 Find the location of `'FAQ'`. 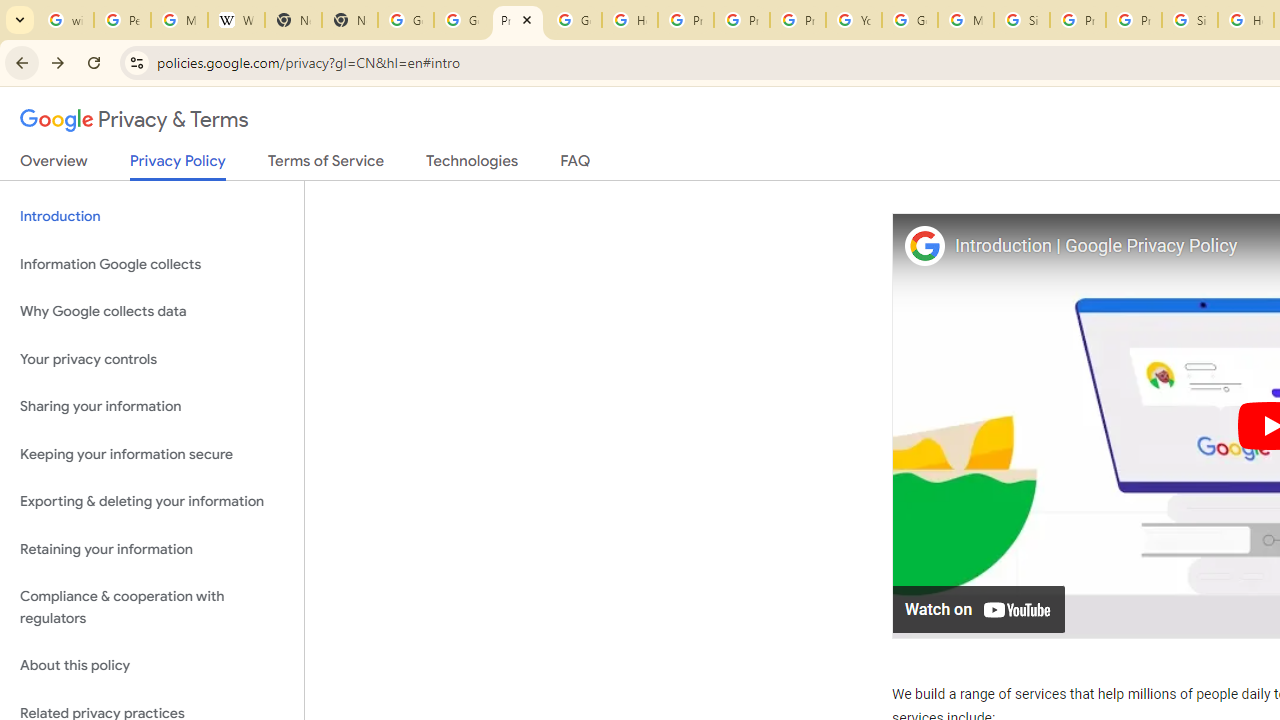

'FAQ' is located at coordinates (575, 164).